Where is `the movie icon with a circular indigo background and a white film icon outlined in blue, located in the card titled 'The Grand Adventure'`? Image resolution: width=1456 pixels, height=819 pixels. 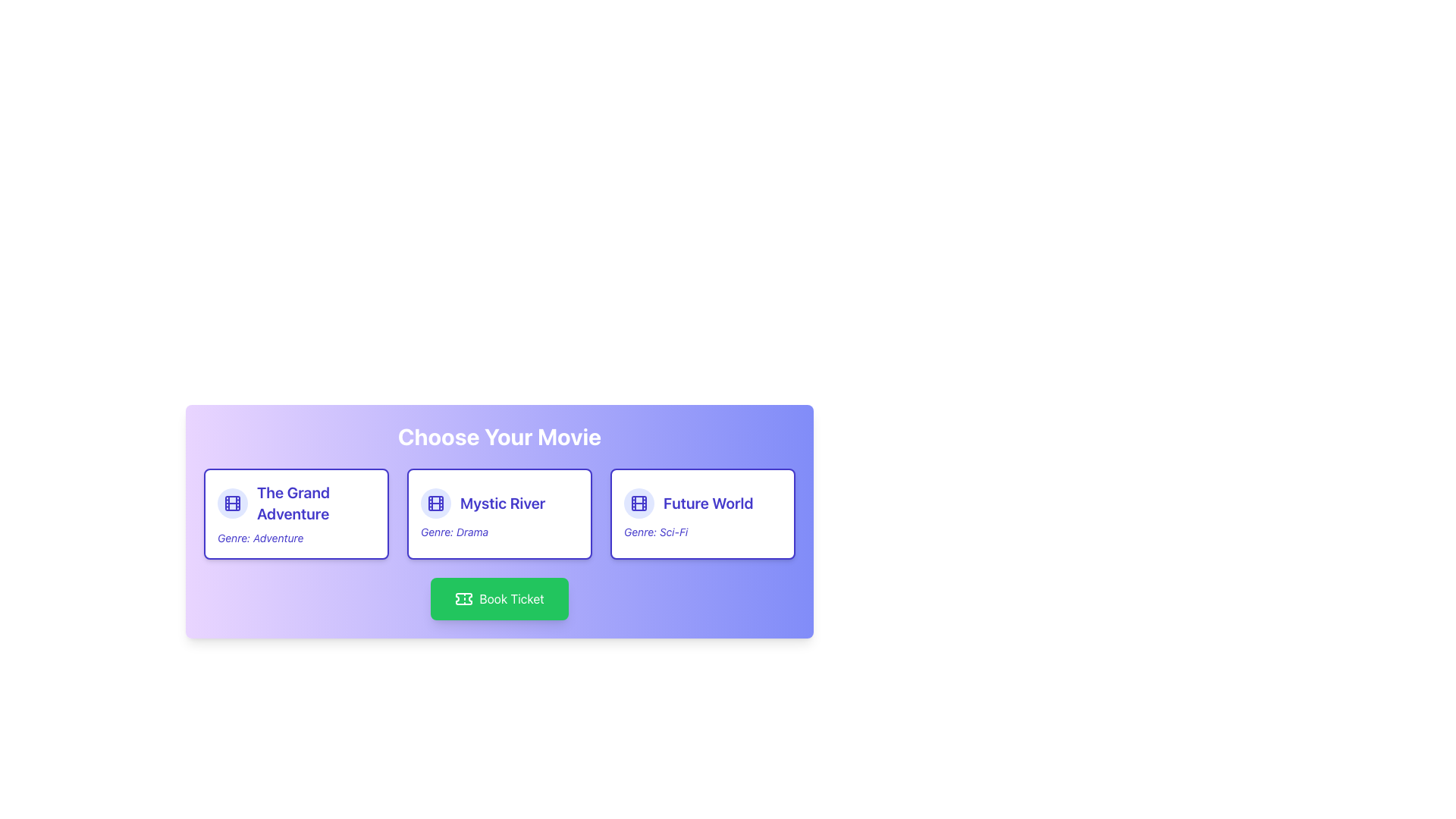 the movie icon with a circular indigo background and a white film icon outlined in blue, located in the card titled 'The Grand Adventure' is located at coordinates (232, 503).